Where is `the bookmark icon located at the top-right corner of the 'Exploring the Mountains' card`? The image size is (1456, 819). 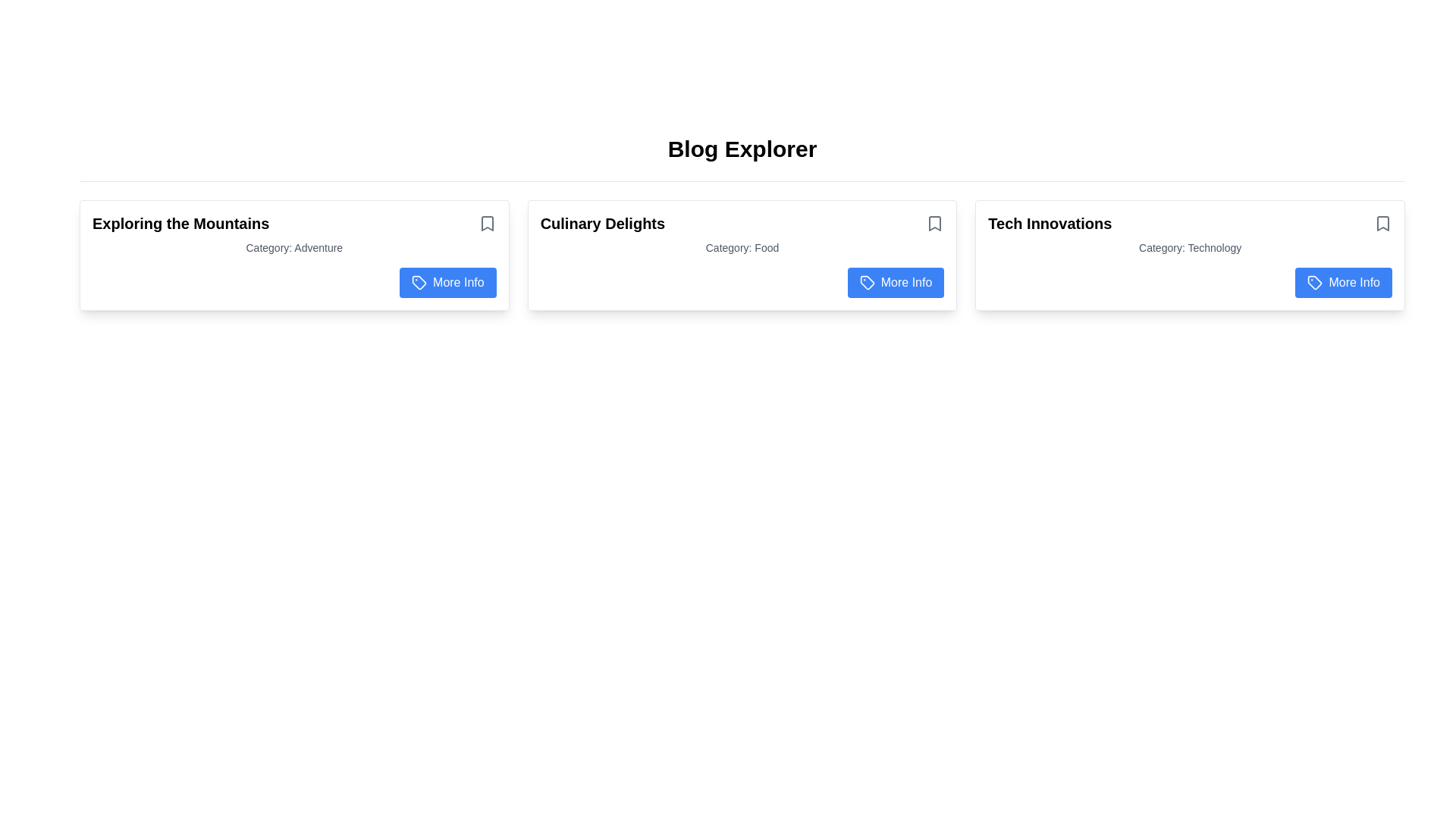 the bookmark icon located at the top-right corner of the 'Exploring the Mountains' card is located at coordinates (487, 223).